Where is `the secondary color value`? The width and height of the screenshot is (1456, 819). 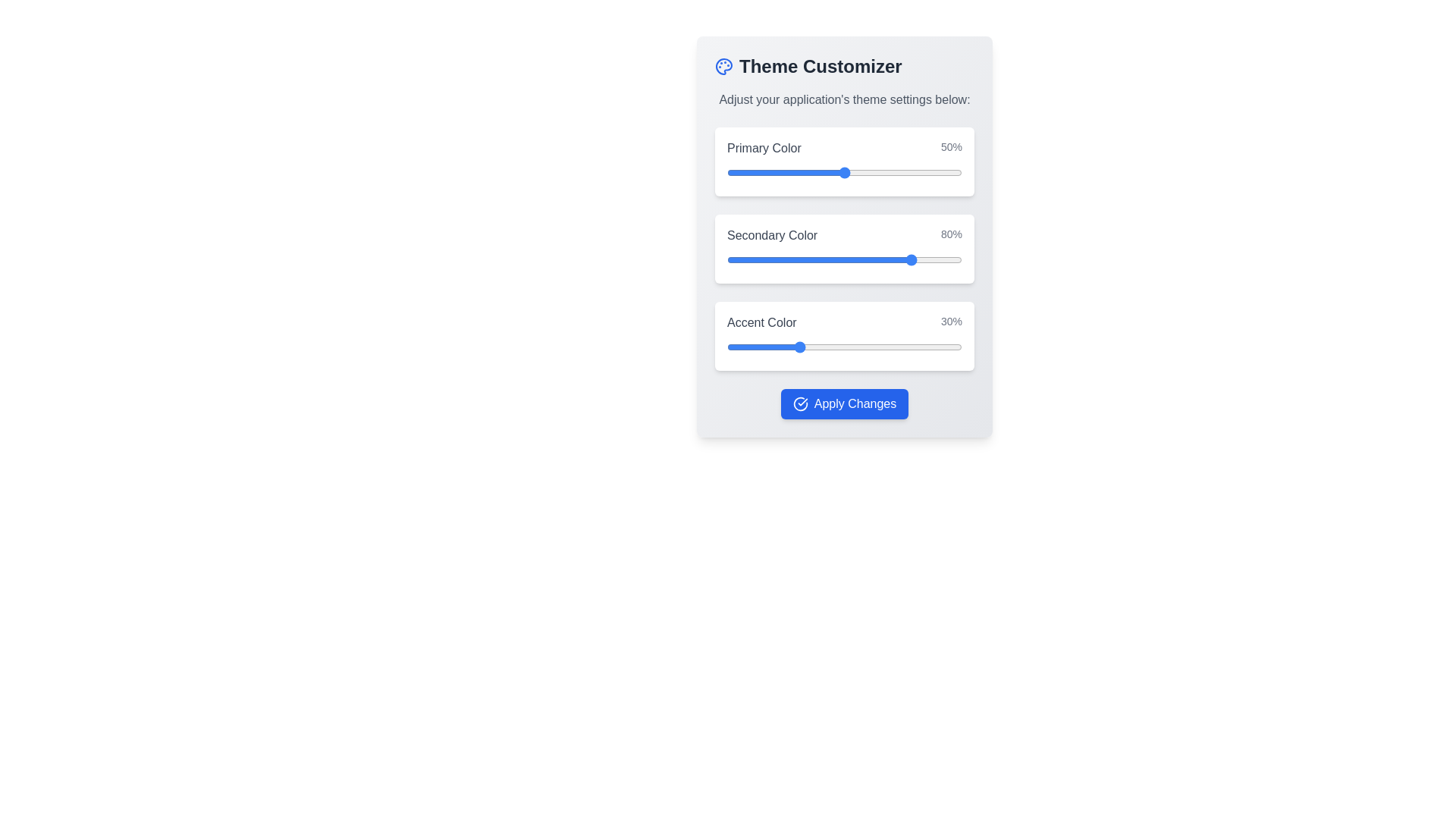 the secondary color value is located at coordinates (802, 259).